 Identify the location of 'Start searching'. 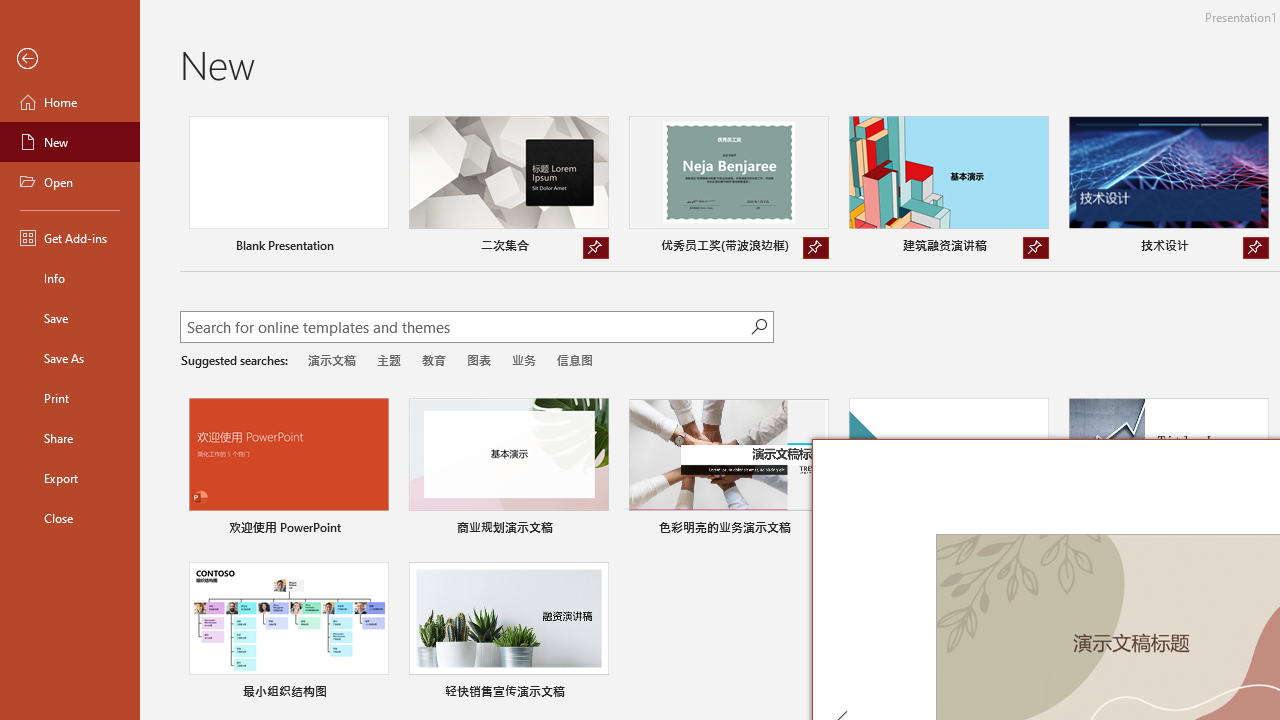
(758, 325).